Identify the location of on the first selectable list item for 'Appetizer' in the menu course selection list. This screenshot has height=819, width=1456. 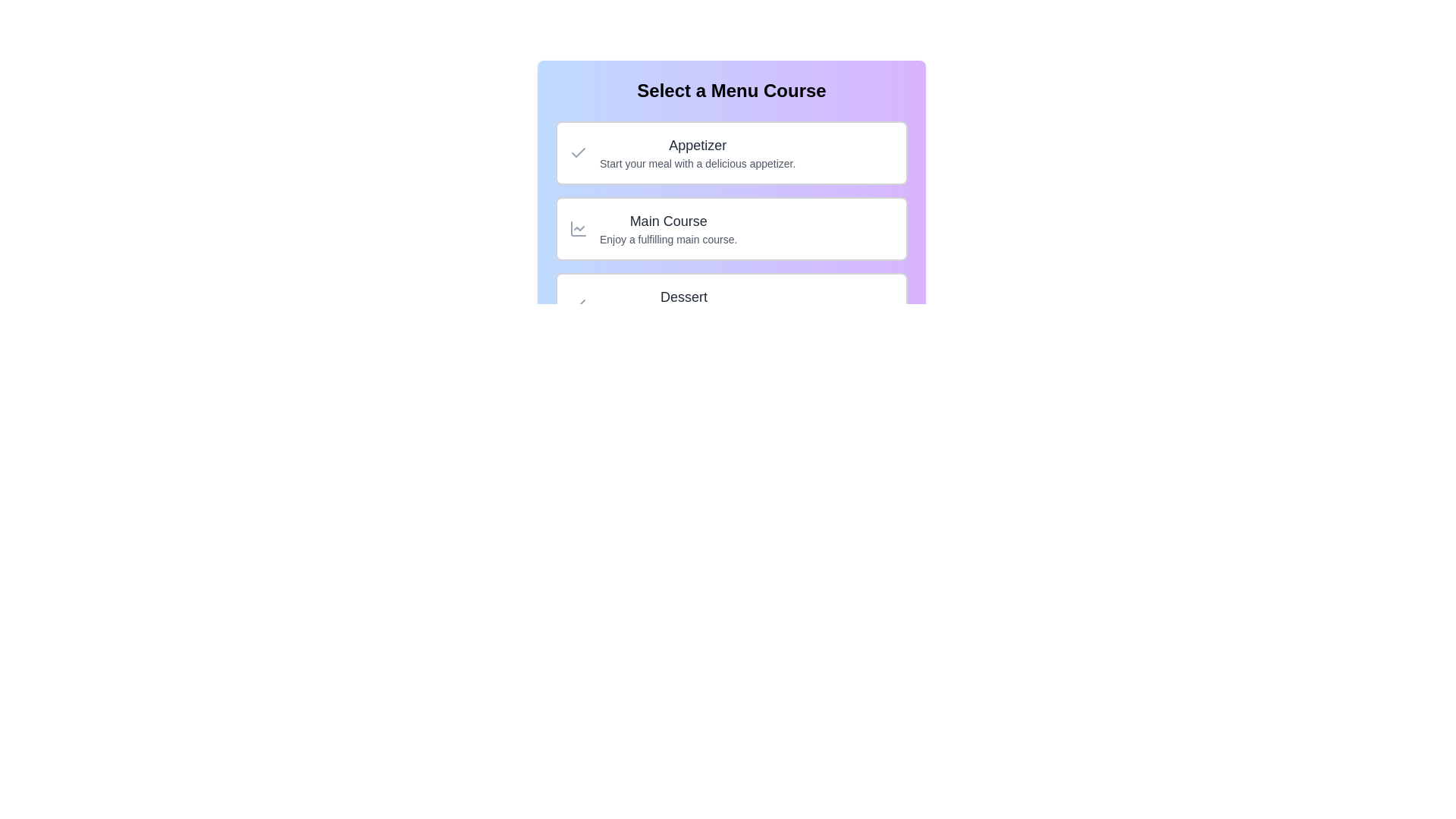
(731, 152).